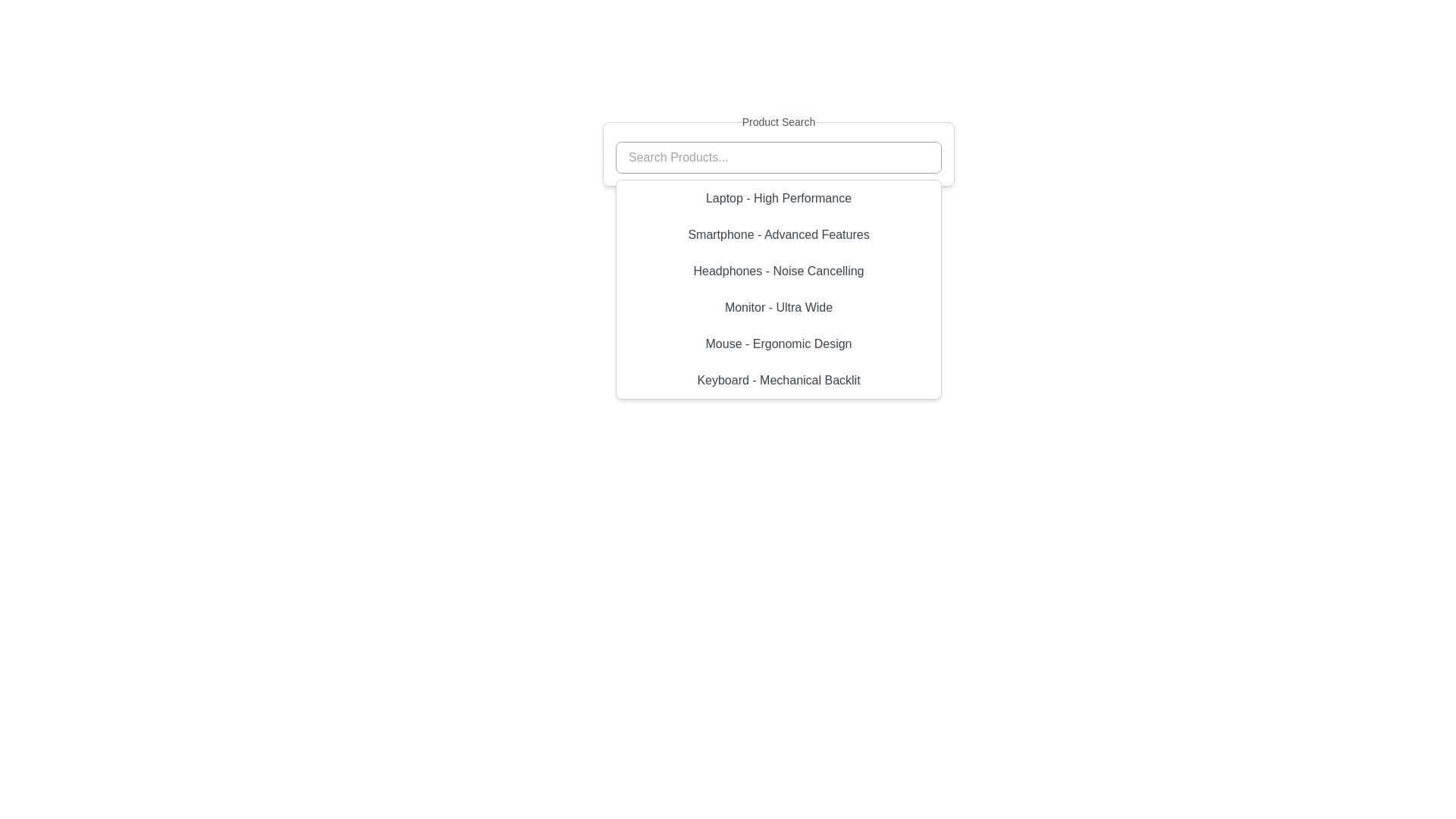 This screenshot has height=819, width=1456. What do you see at coordinates (779, 198) in the screenshot?
I see `the first option in the dropdown list labeled 'Product Search'` at bounding box center [779, 198].